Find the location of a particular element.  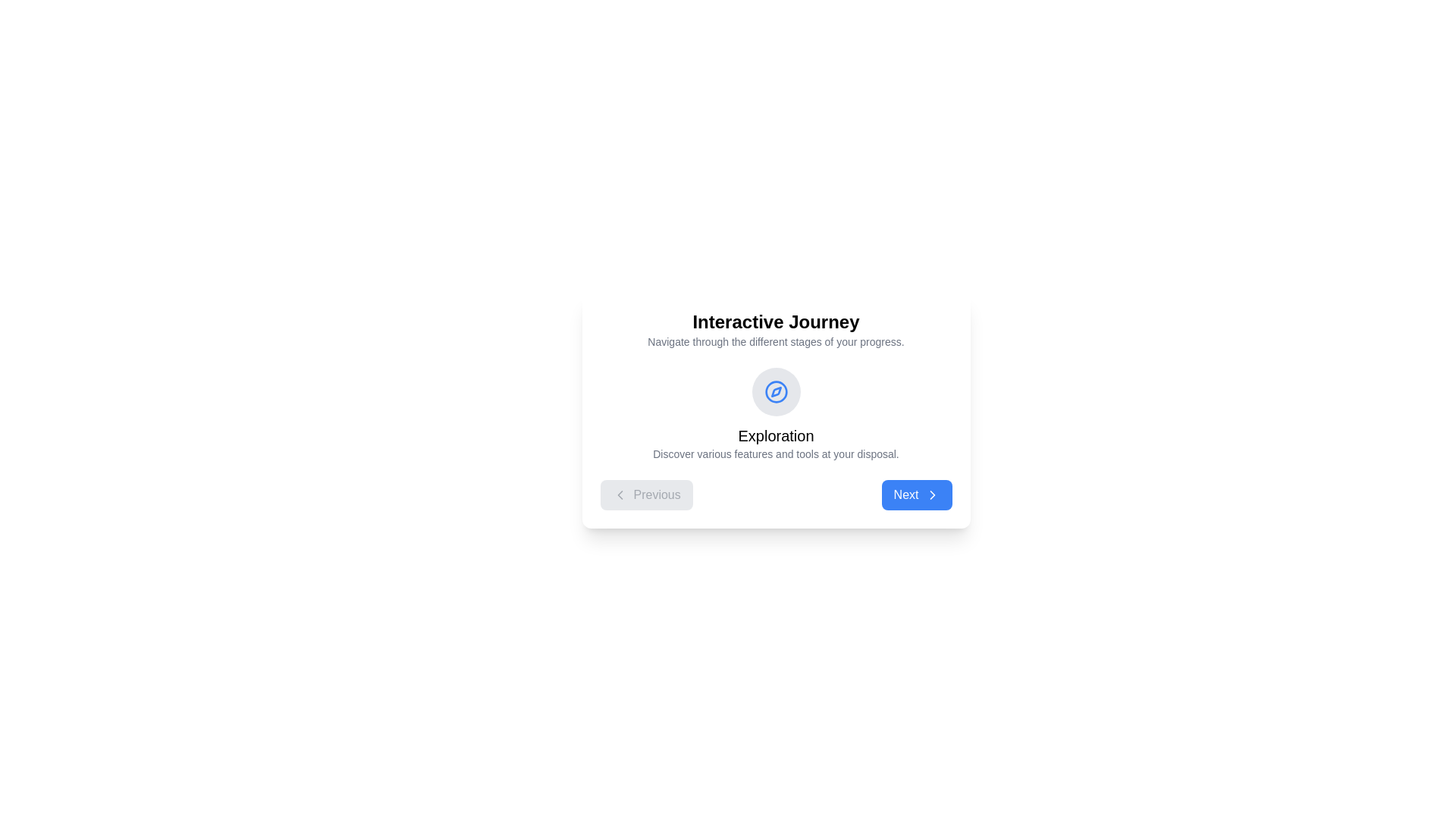

the 'Back' button located at the bottom-left corner of the interface, which is positioned next to the 'Next' button and below the 'Interactive Journey' section is located at coordinates (657, 494).